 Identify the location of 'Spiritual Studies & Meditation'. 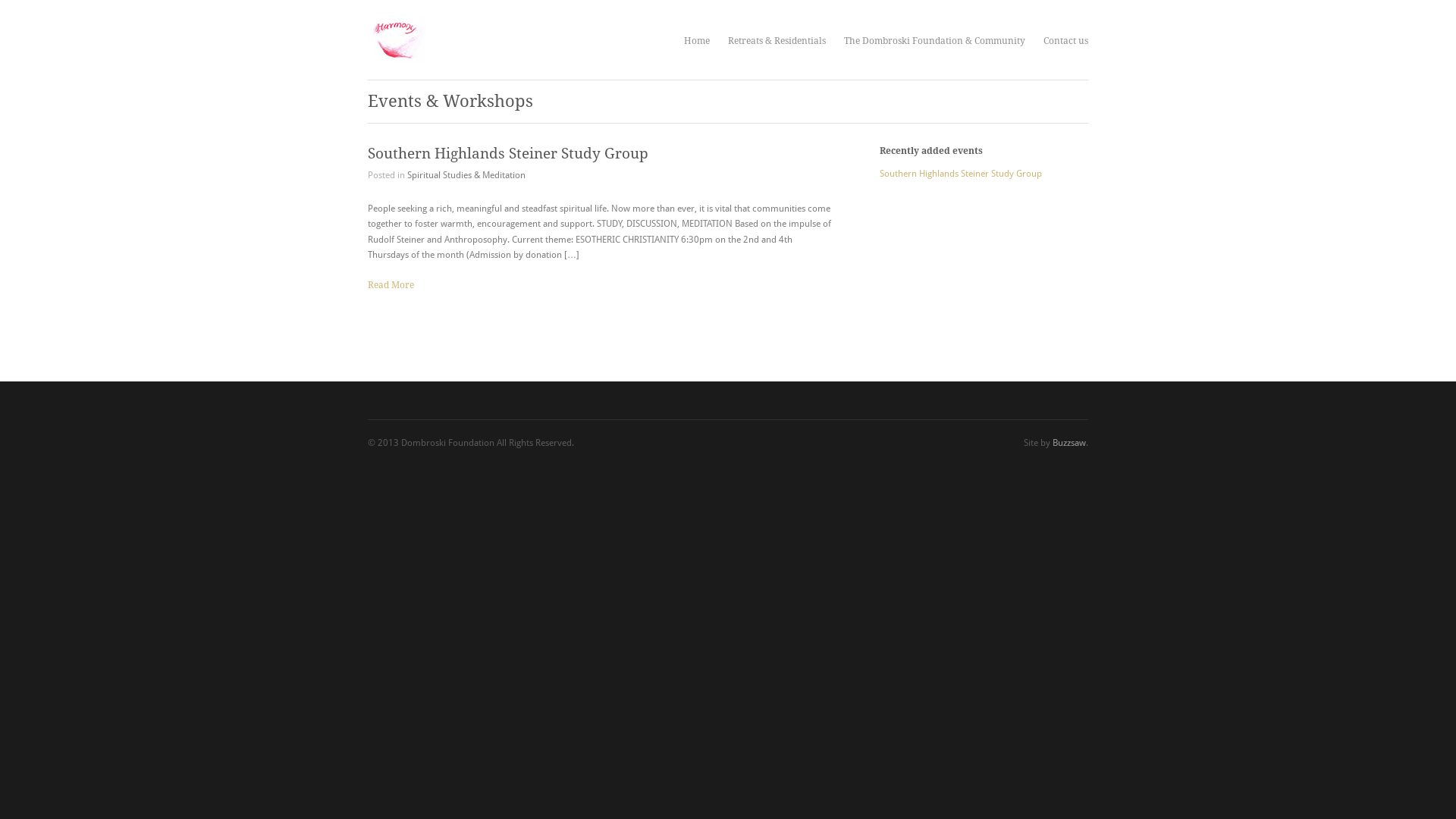
(465, 174).